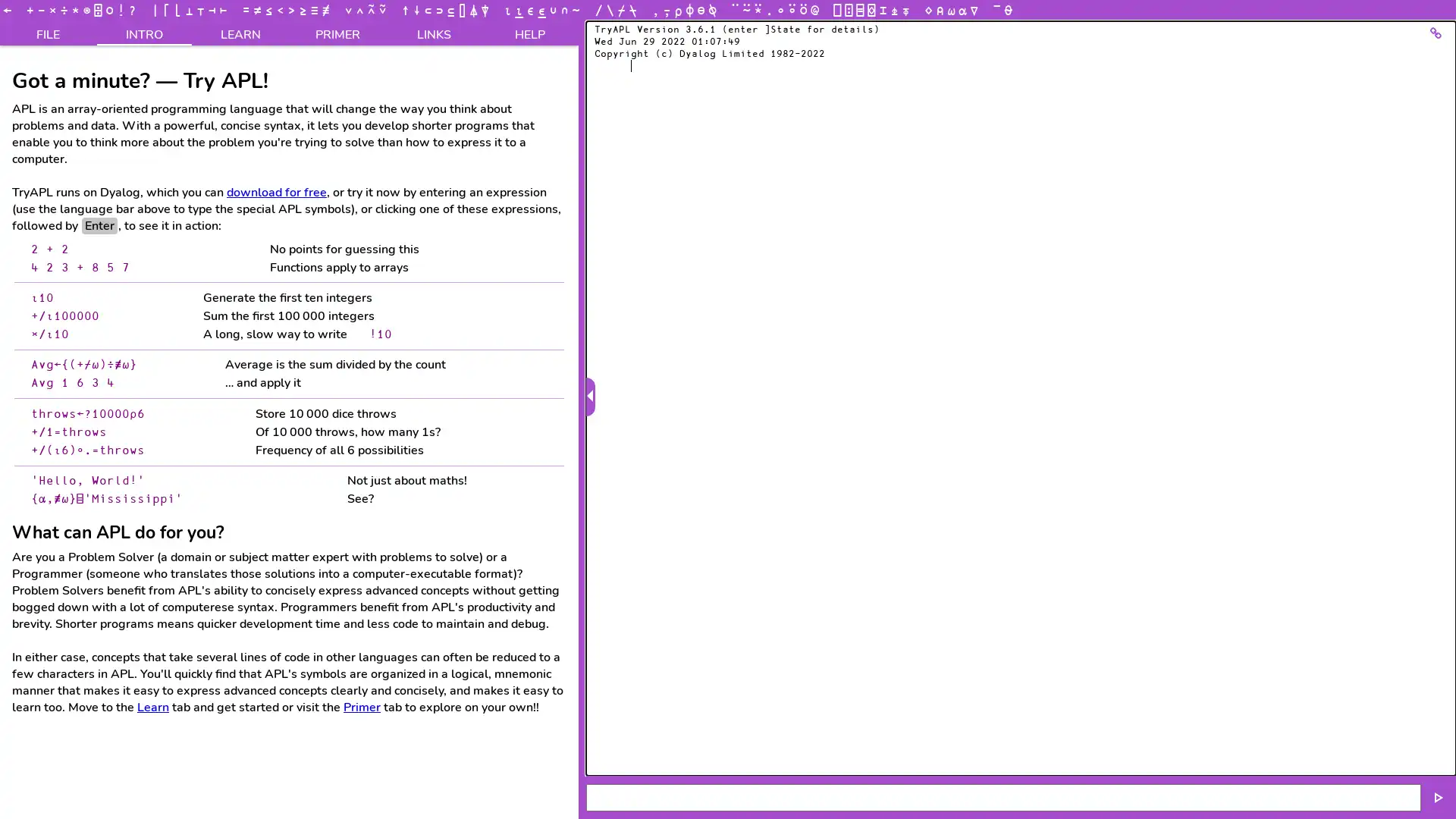 The height and width of the screenshot is (819, 1456). What do you see at coordinates (48, 33) in the screenshot?
I see `FILE` at bounding box center [48, 33].